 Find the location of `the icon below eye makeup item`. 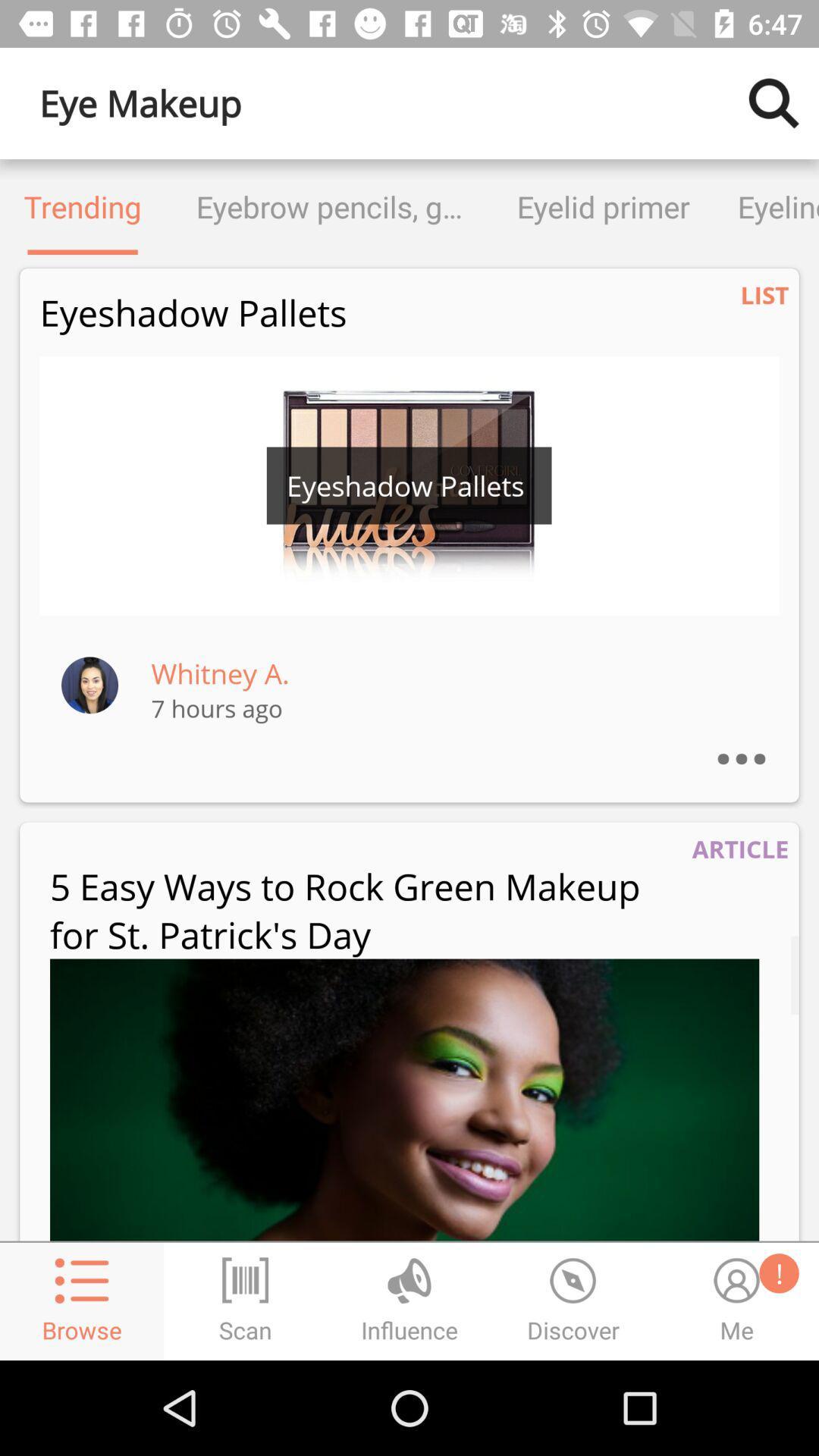

the icon below eye makeup item is located at coordinates (83, 206).